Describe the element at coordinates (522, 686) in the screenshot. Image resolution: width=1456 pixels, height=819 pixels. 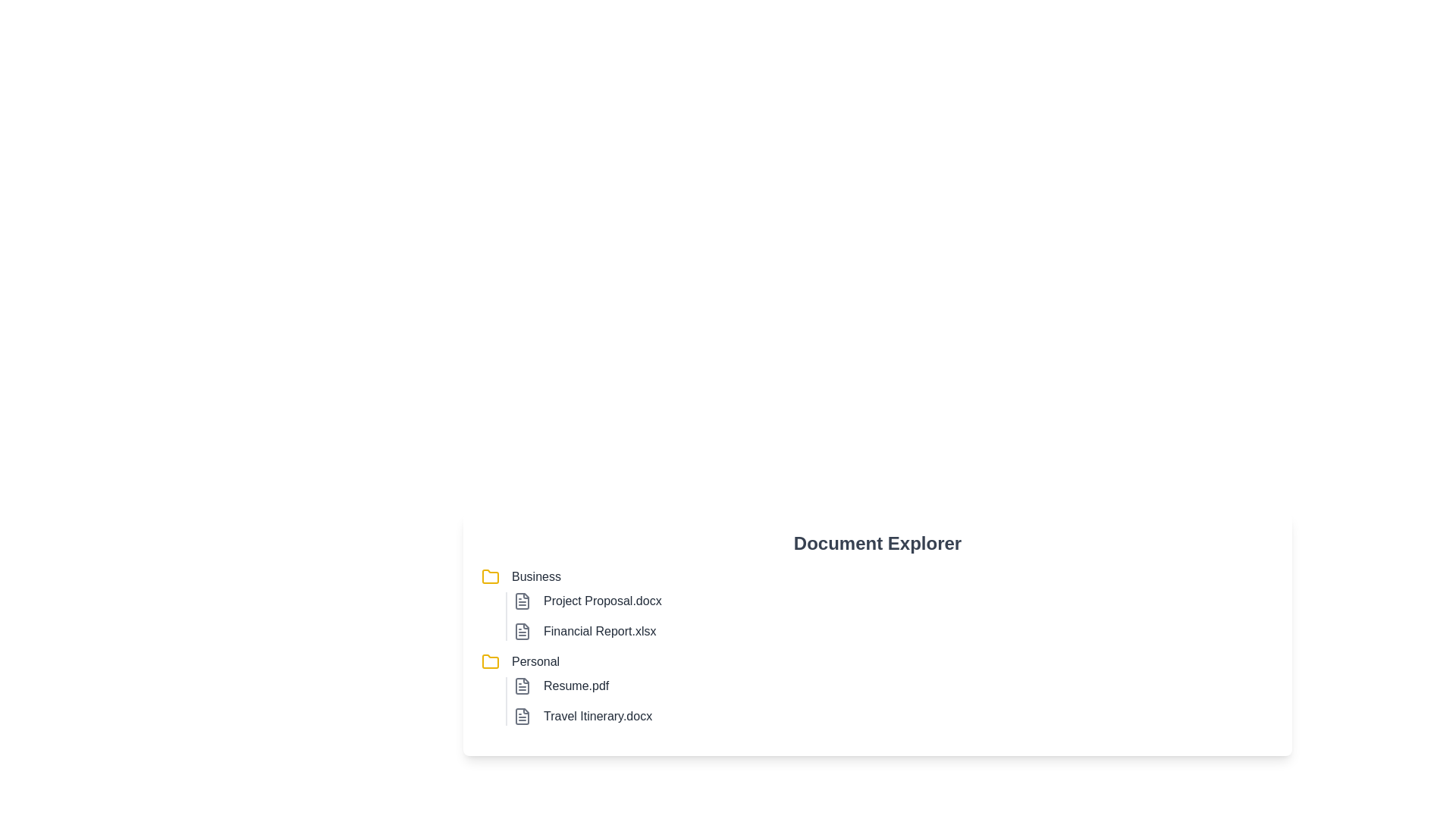
I see `the document icon element represented by a gray-stroked, white-filled rectangular outline, located to the left of 'Resume.pdf' under the 'Personal' folder in the 'Document Explorer'` at that location.